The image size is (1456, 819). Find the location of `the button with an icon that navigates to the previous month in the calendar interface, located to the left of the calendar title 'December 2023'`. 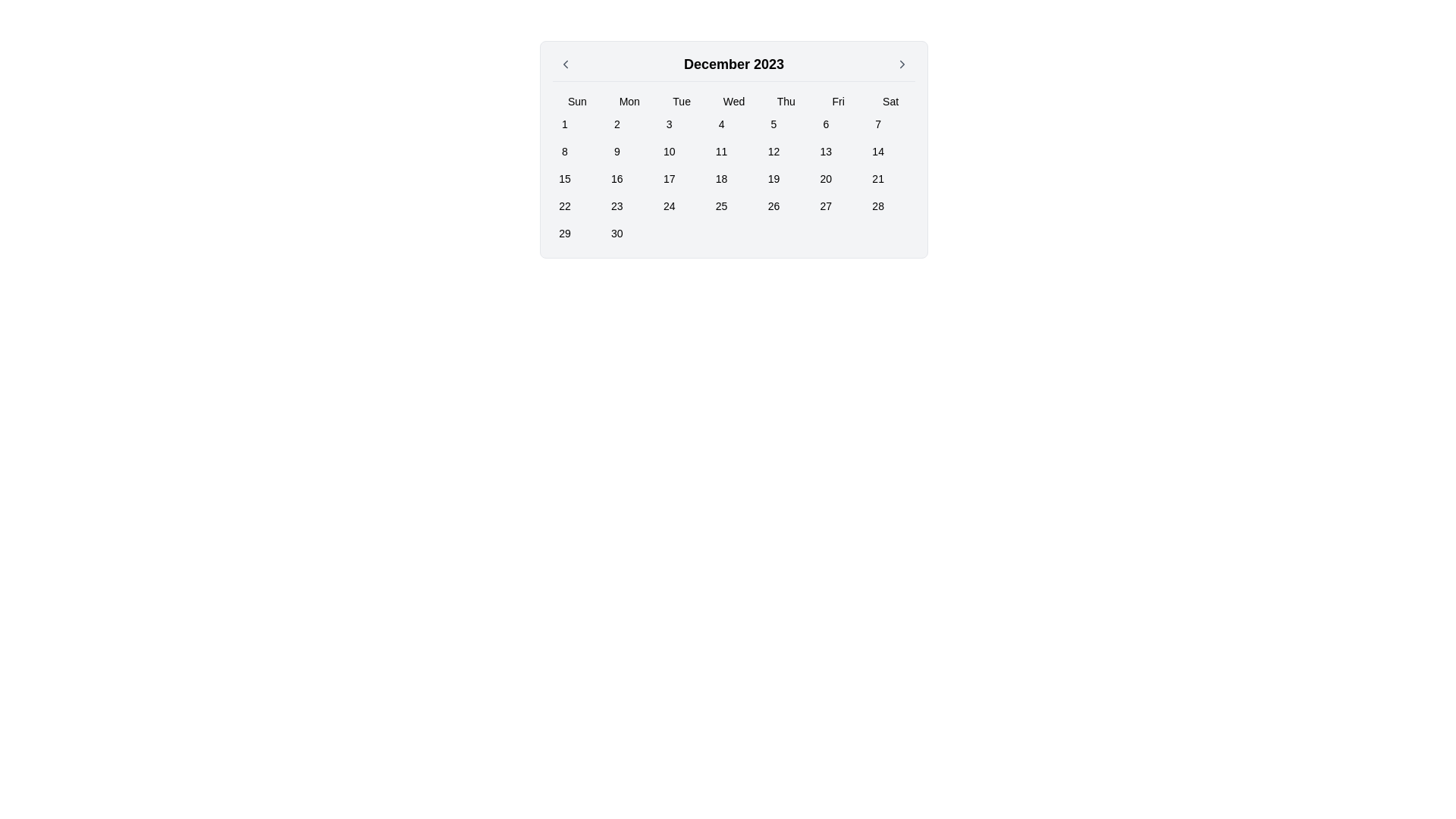

the button with an icon that navigates to the previous month in the calendar interface, located to the left of the calendar title 'December 2023' is located at coordinates (564, 63).